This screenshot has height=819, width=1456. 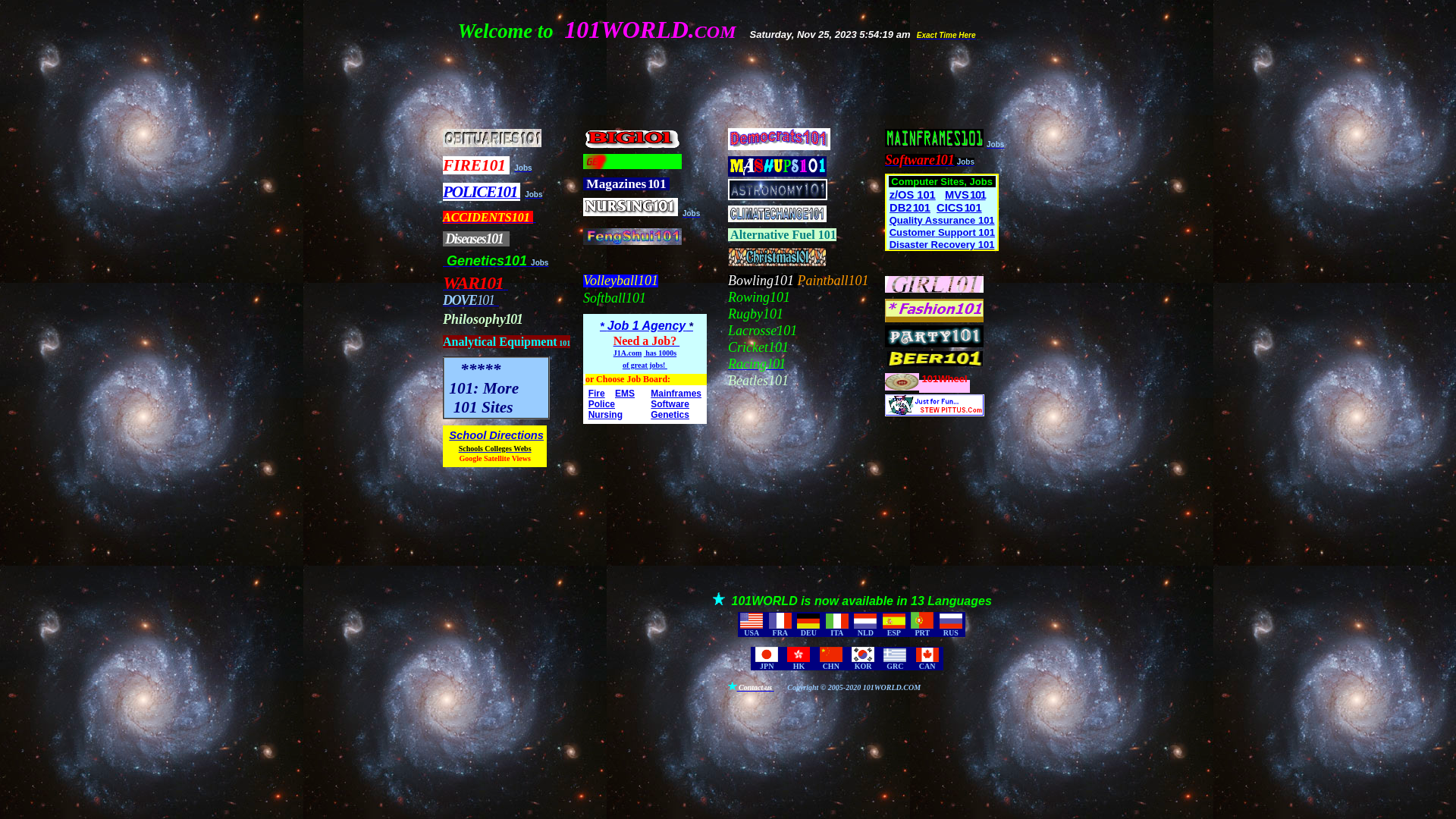 What do you see at coordinates (522, 446) in the screenshot?
I see `'Webs'` at bounding box center [522, 446].